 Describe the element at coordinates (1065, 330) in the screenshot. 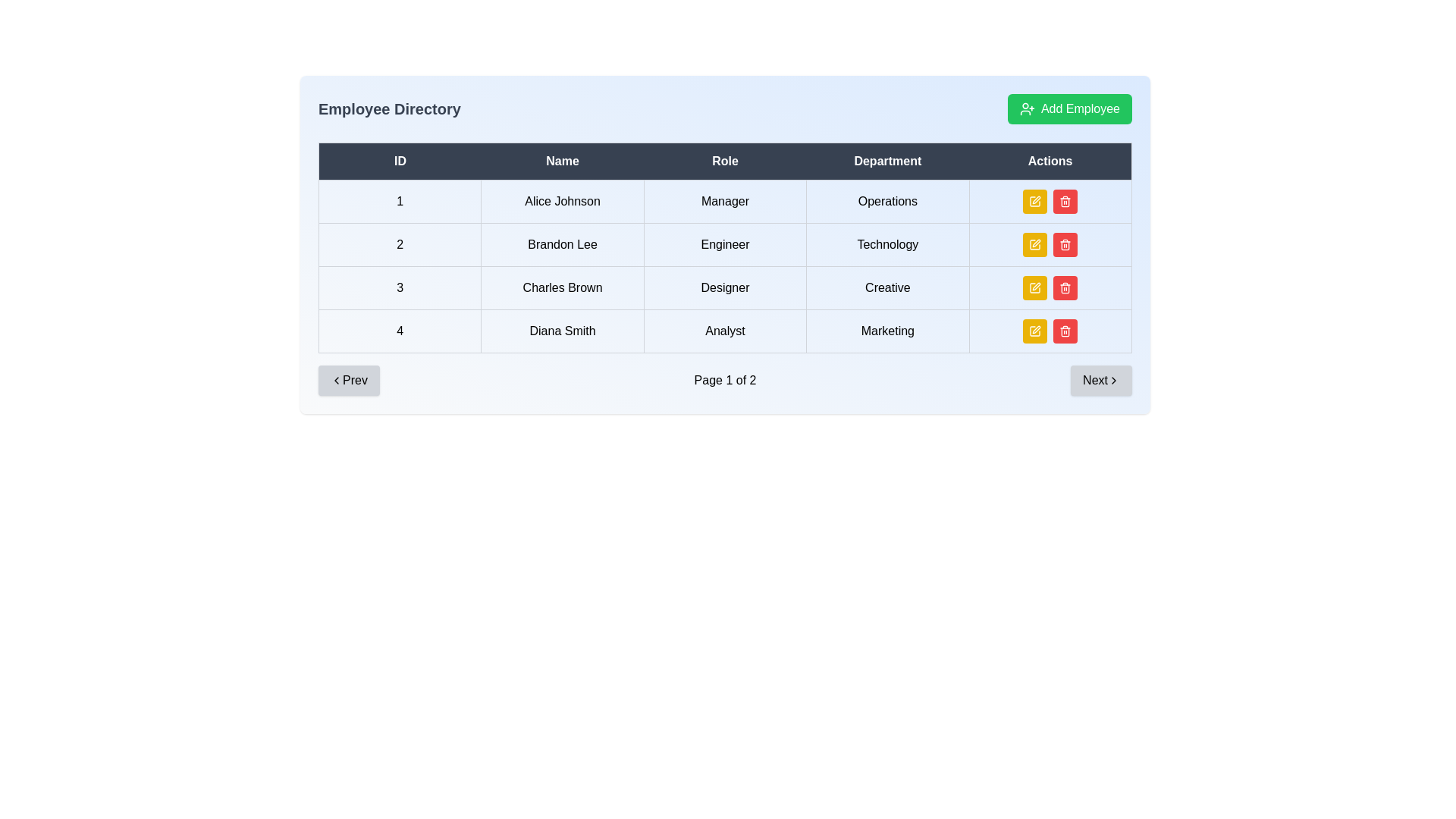

I see `the delete button located in the 'Actions' column of the data table for the entry 'Diana Smith'` at that location.